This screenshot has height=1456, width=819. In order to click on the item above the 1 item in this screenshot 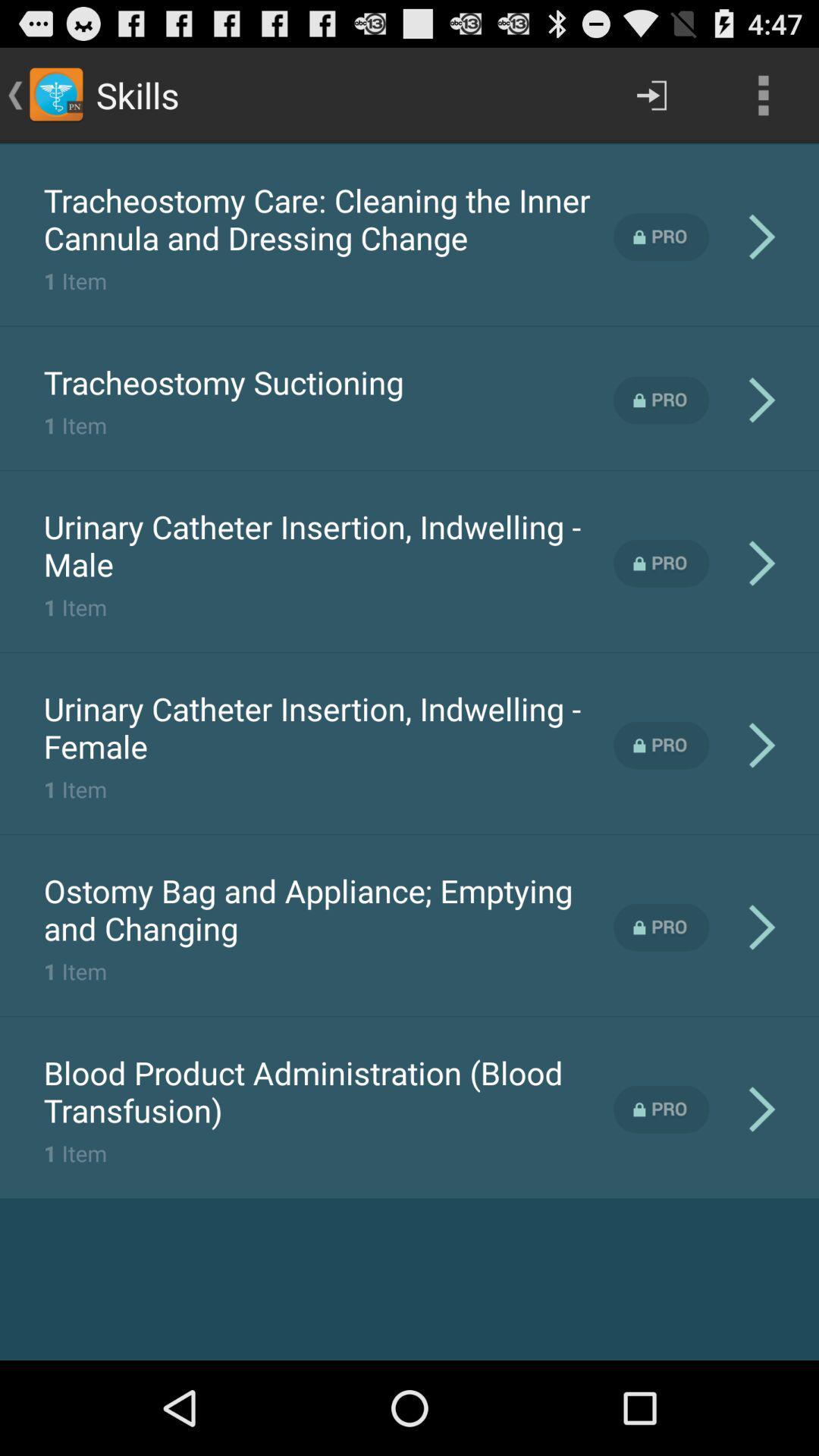, I will do `click(328, 218)`.